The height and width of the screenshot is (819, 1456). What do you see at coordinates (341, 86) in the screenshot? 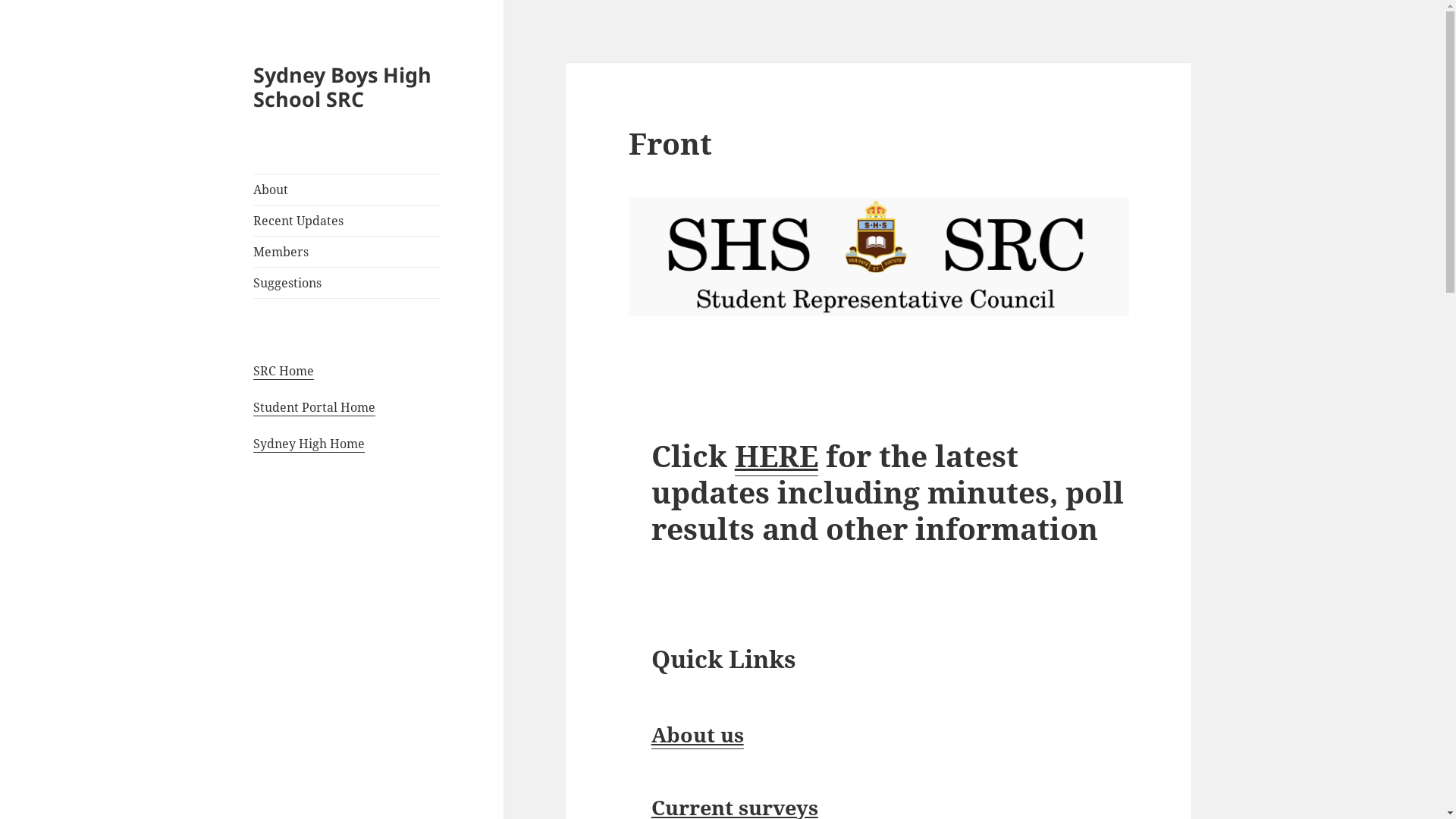
I see `'Sydney Boys High School SRC'` at bounding box center [341, 86].